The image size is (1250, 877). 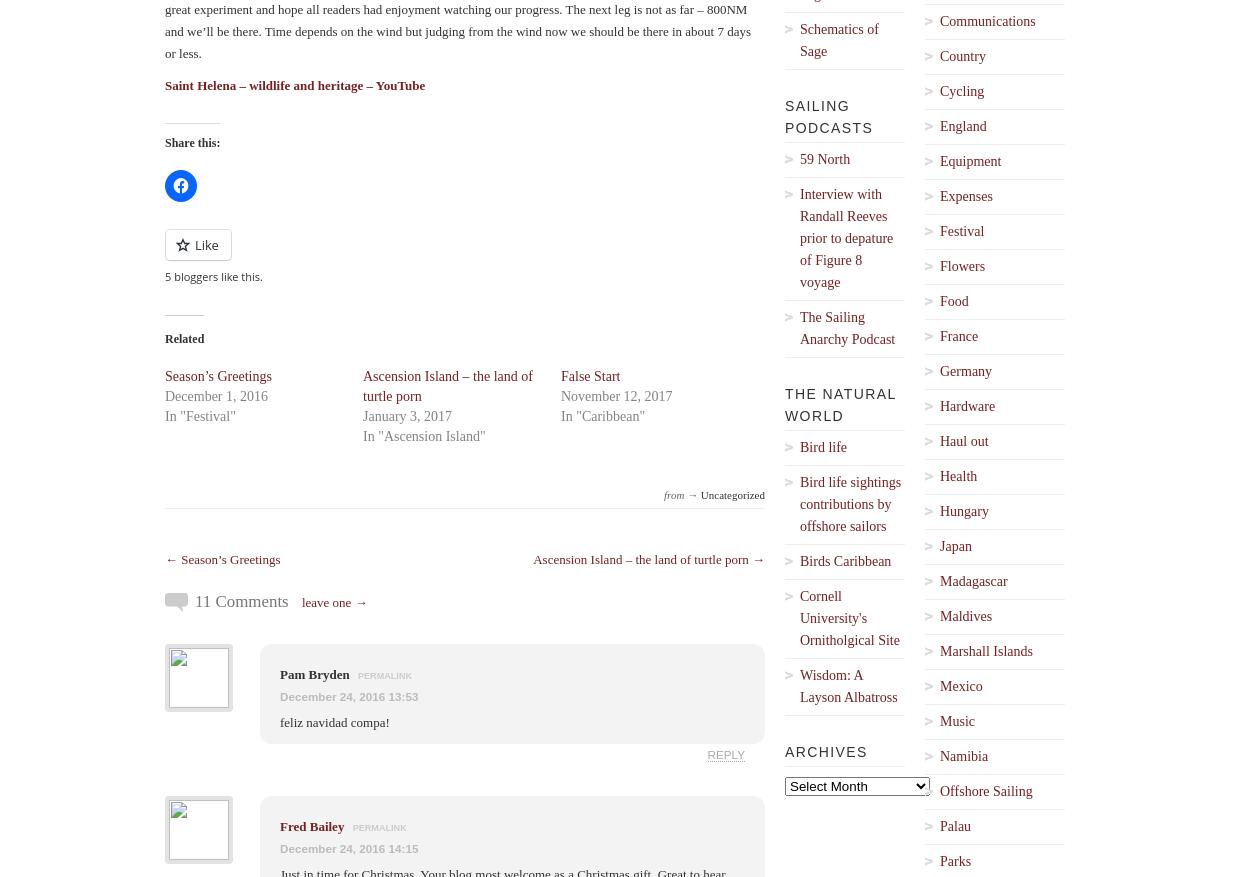 What do you see at coordinates (828, 115) in the screenshot?
I see `'Sailing Podcasts'` at bounding box center [828, 115].